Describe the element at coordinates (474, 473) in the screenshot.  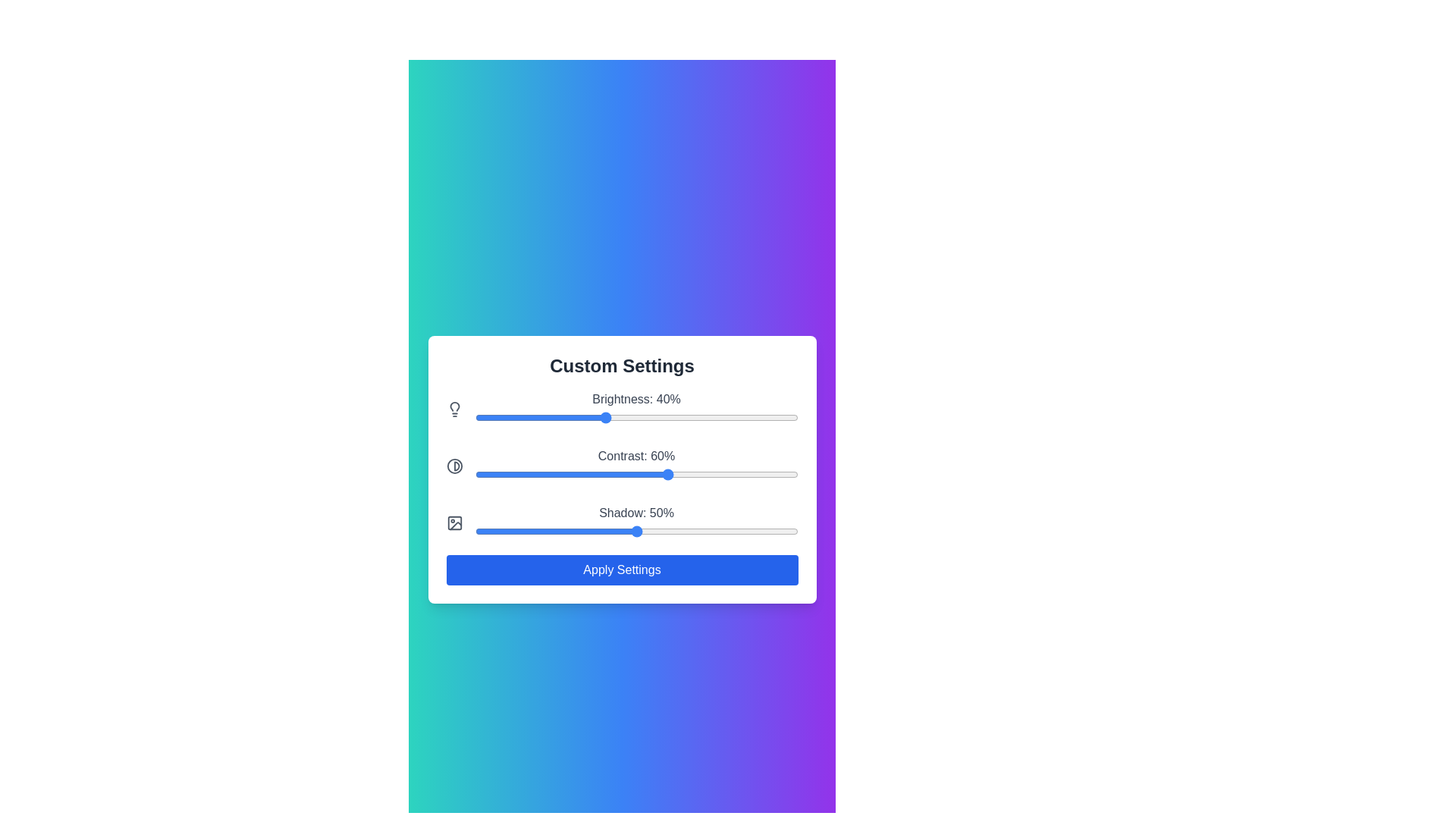
I see `the contrast slider to 0%` at that location.